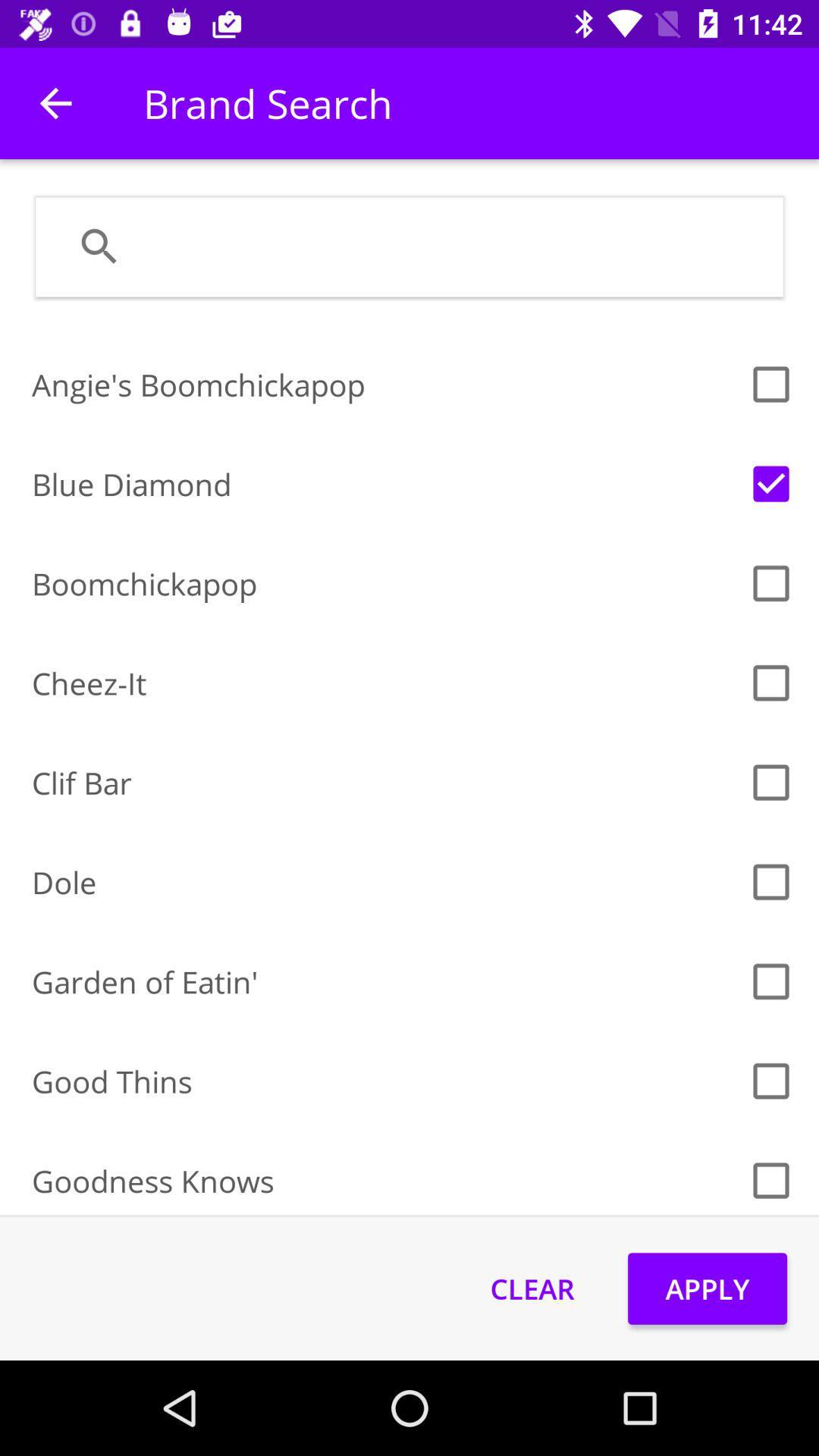  What do you see at coordinates (532, 1288) in the screenshot?
I see `the item to the left of the apply` at bounding box center [532, 1288].